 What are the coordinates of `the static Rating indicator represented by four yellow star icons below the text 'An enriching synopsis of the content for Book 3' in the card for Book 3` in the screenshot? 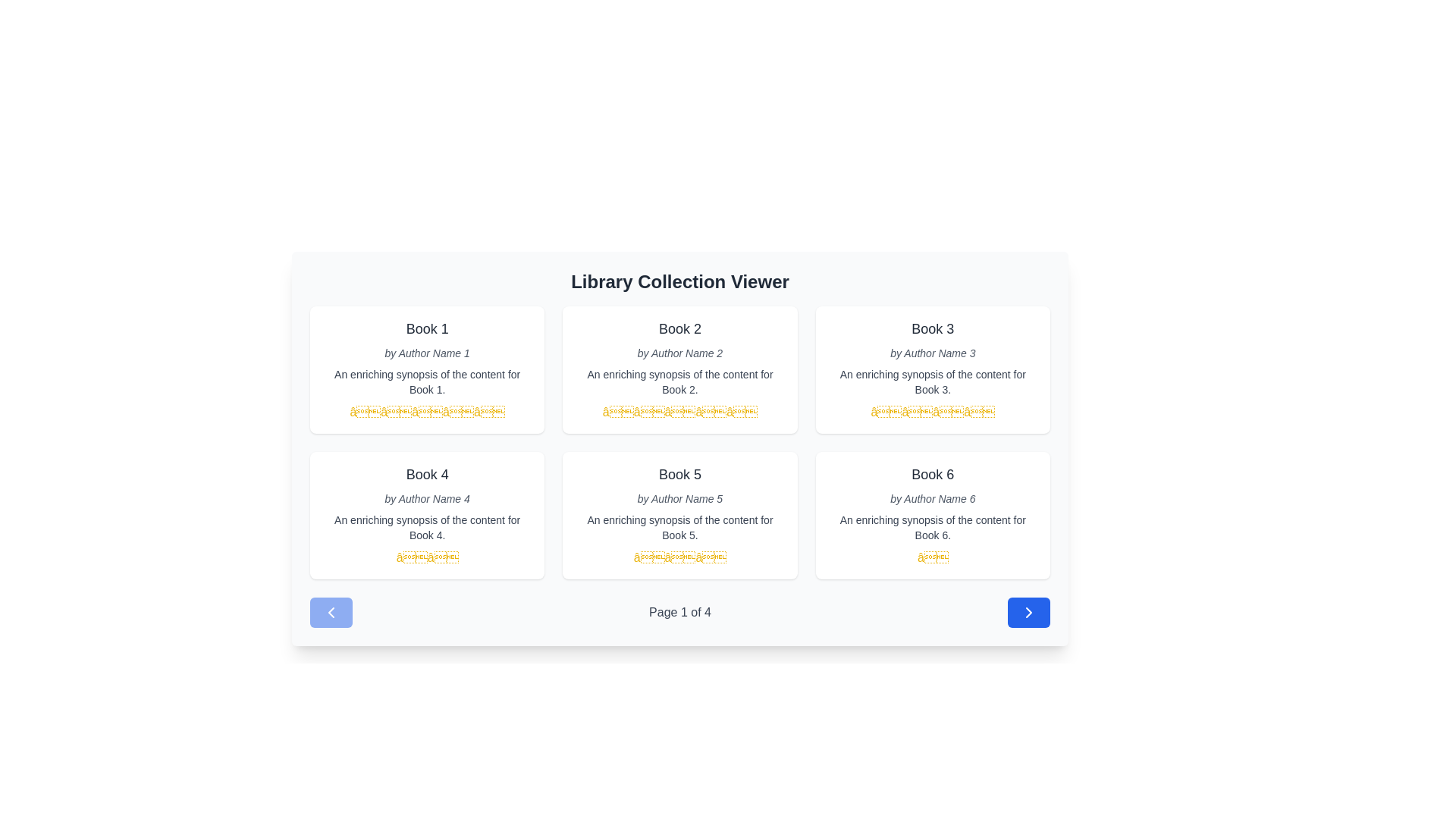 It's located at (932, 412).